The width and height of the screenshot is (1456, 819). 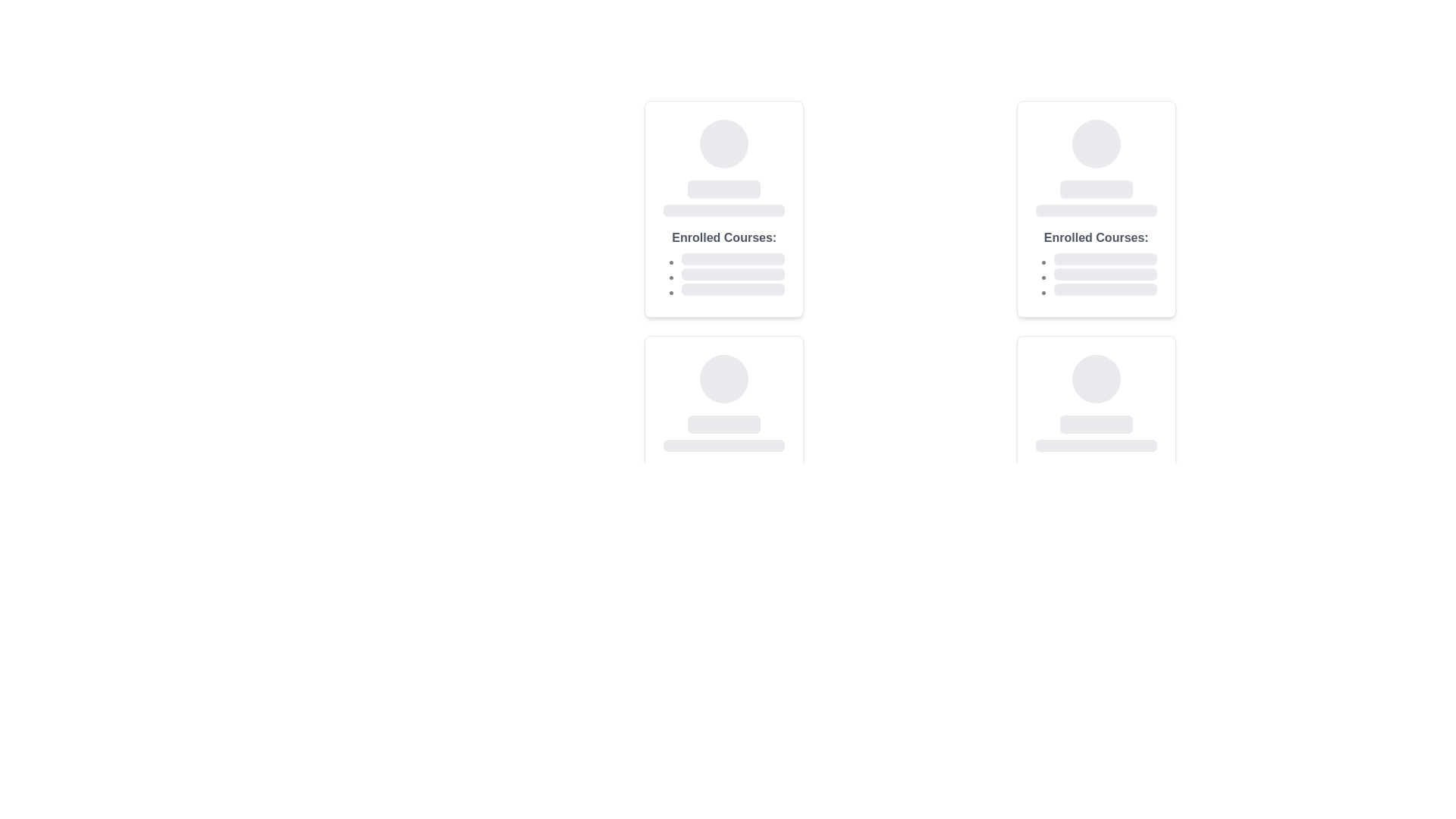 What do you see at coordinates (723, 189) in the screenshot?
I see `the light gray rectangular placeholder with rounded corners that serves as a UI loader, located in the central column of a three-column grid` at bounding box center [723, 189].